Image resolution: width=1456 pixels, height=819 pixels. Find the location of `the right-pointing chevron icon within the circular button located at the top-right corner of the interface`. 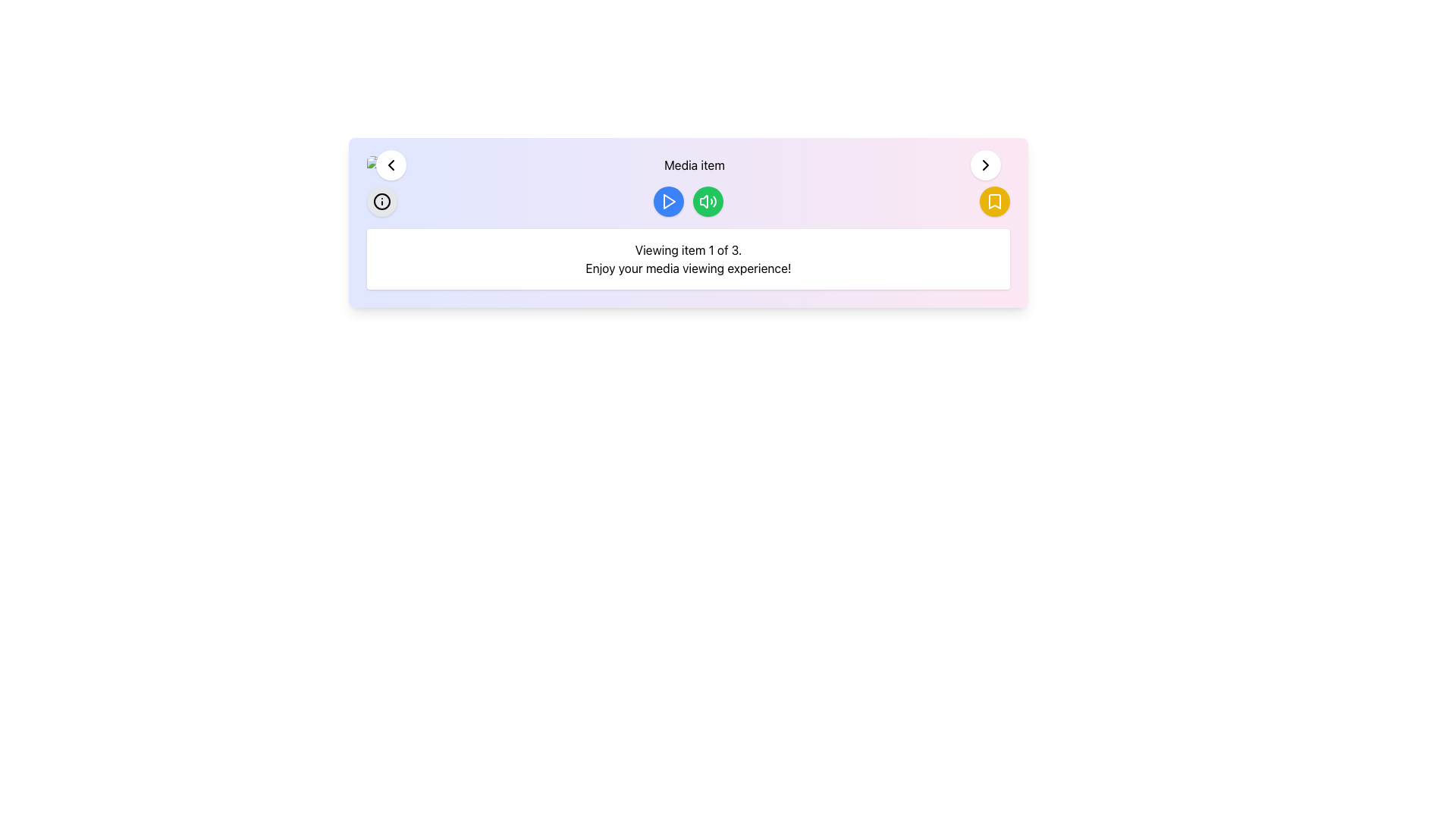

the right-pointing chevron icon within the circular button located at the top-right corner of the interface is located at coordinates (986, 165).